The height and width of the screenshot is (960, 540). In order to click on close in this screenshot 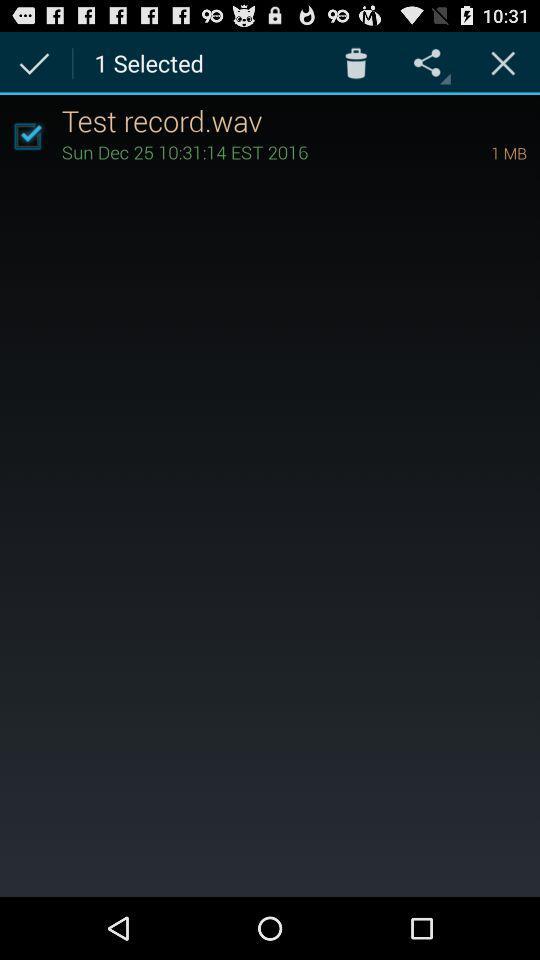, I will do `click(502, 62)`.